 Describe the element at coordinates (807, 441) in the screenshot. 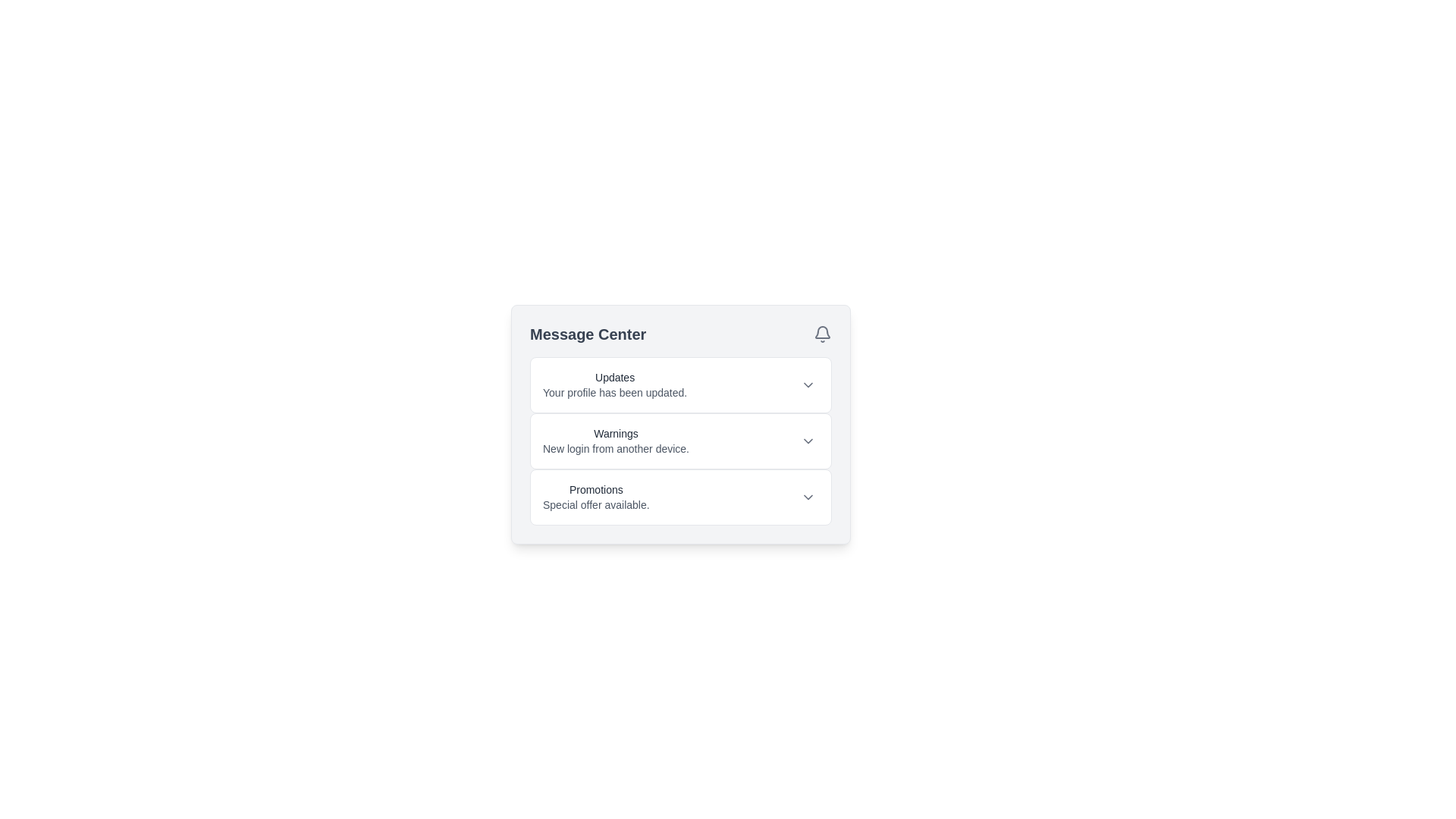

I see `the chevron toggle button icon located to the right of the 'Warnings' label in the middle panel of the 'Message Center' interface` at that location.